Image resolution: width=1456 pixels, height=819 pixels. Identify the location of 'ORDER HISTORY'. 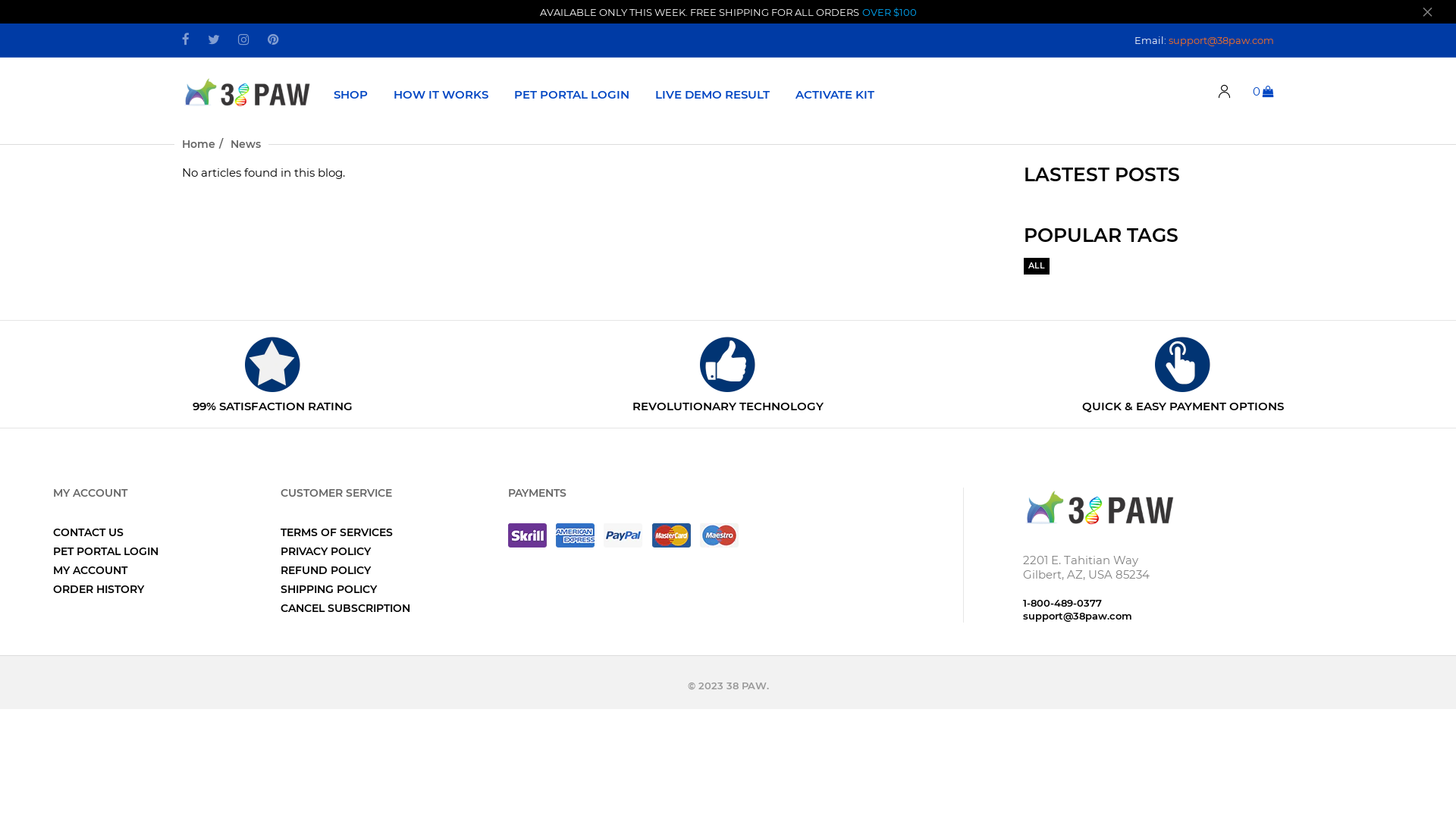
(97, 588).